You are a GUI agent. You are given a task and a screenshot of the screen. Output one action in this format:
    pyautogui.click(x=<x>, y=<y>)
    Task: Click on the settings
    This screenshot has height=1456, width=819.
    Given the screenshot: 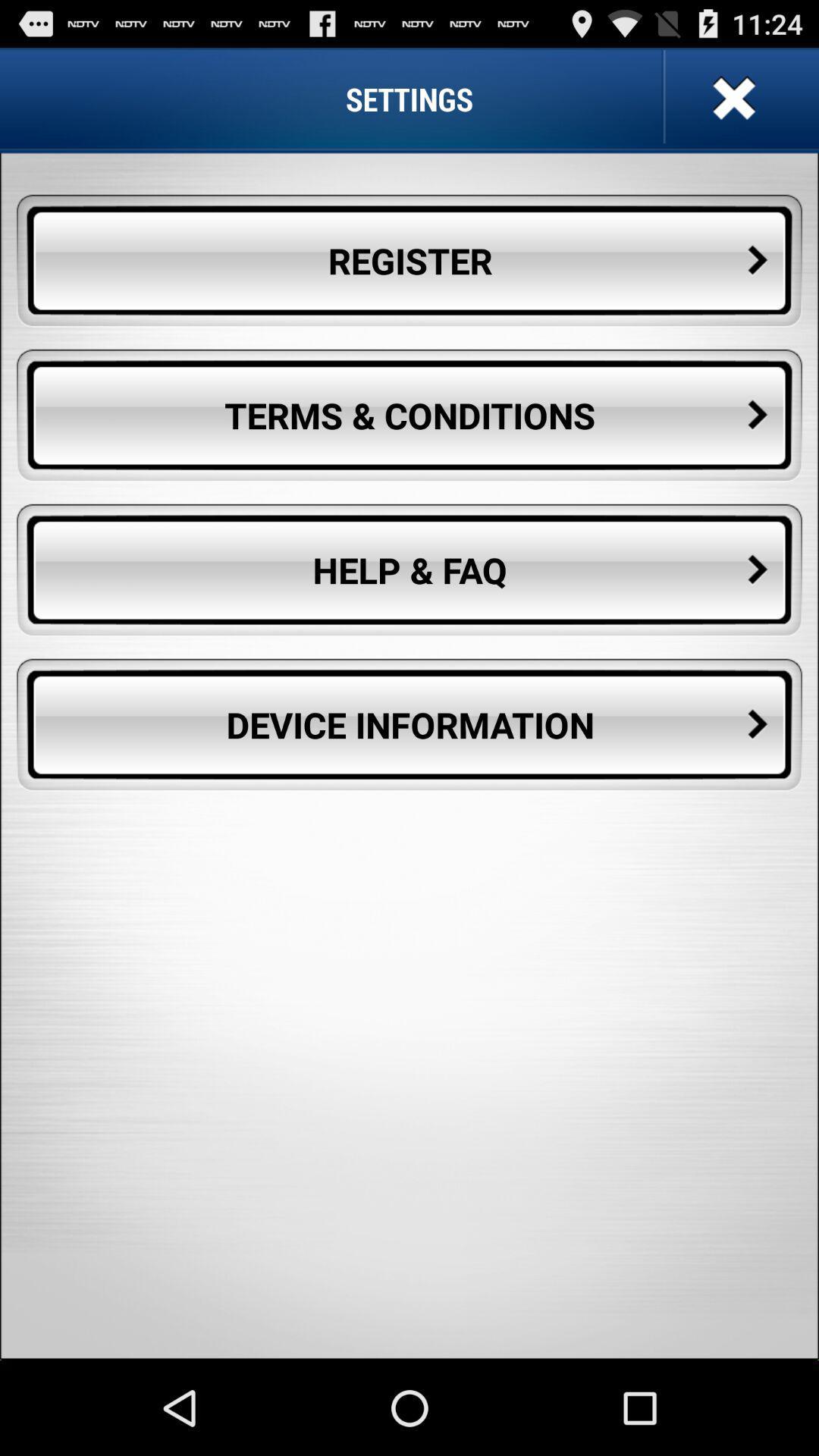 What is the action you would take?
    pyautogui.click(x=731, y=98)
    